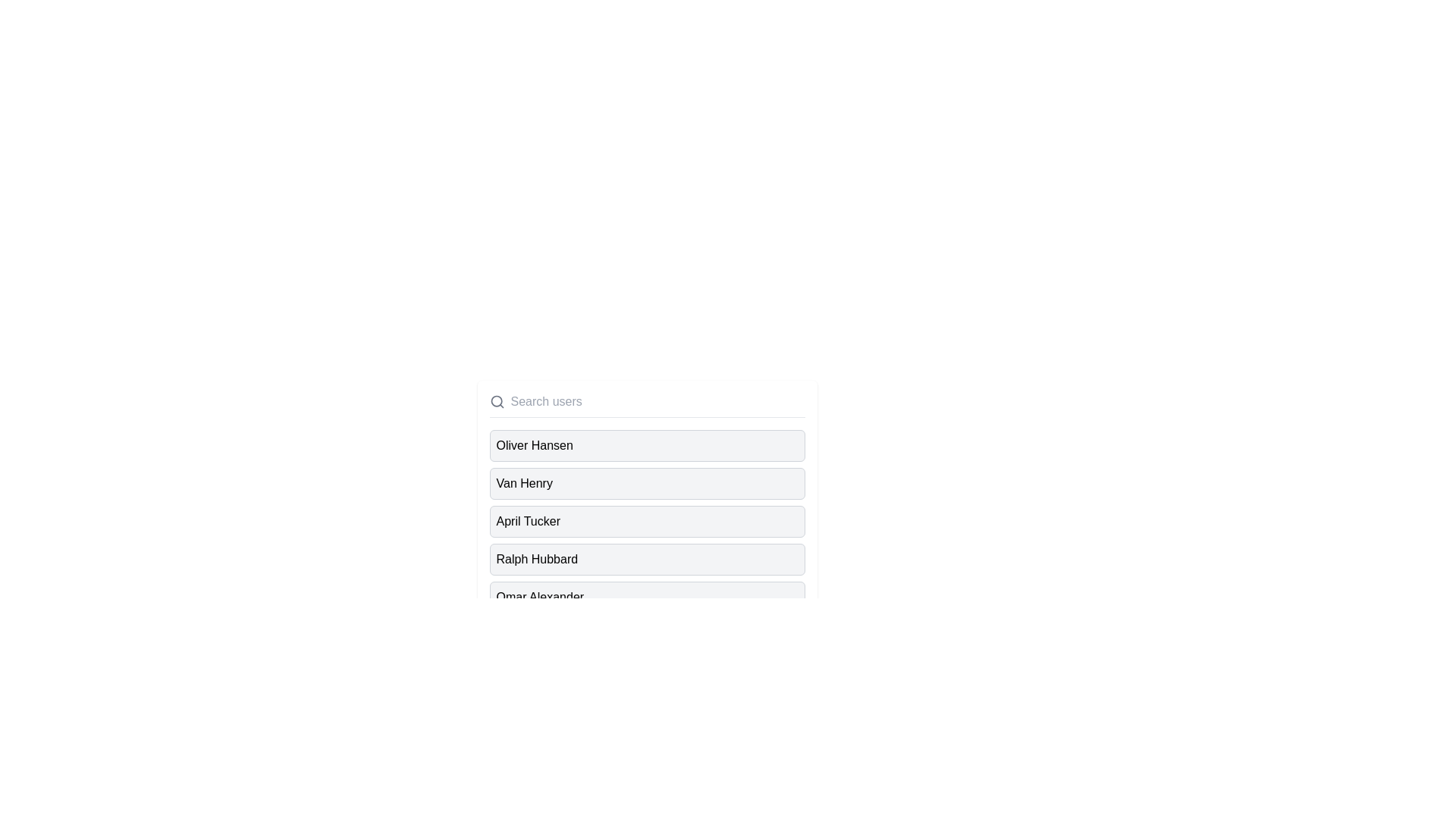  What do you see at coordinates (535, 444) in the screenshot?
I see `the text label displaying 'Oliver Hansen'` at bounding box center [535, 444].